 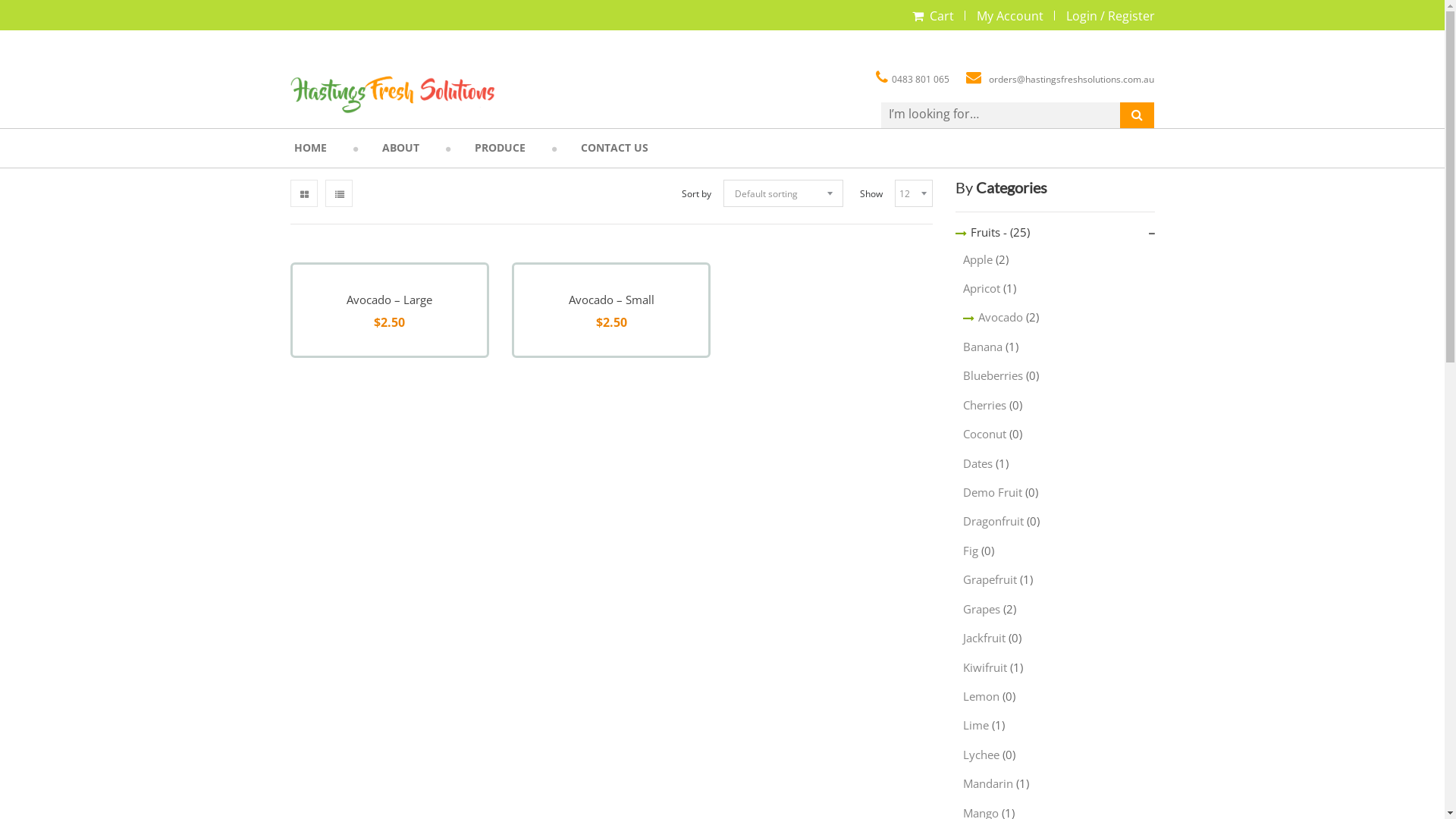 What do you see at coordinates (1110, 15) in the screenshot?
I see `'Login / Register'` at bounding box center [1110, 15].